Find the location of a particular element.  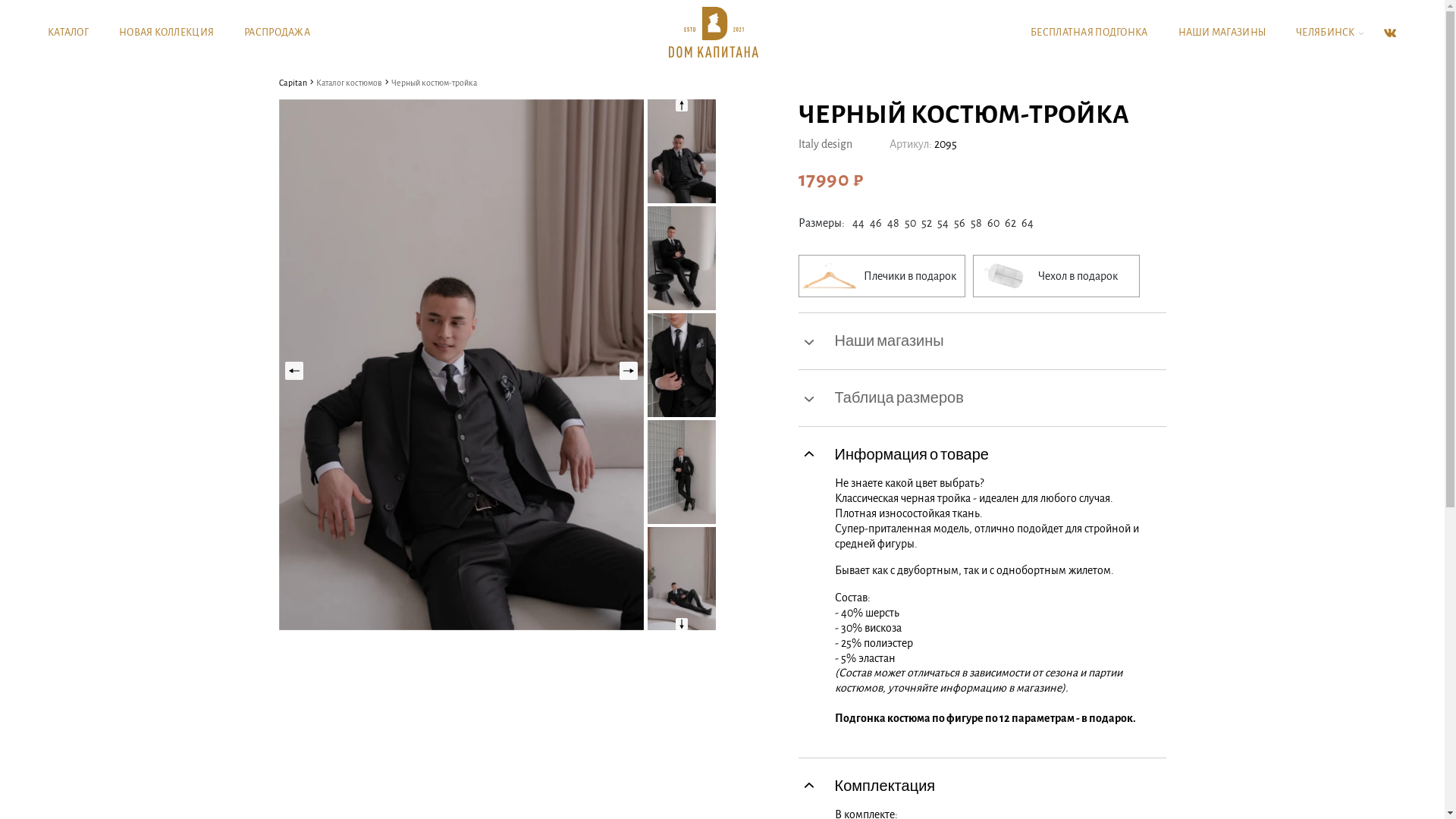

'Capitan' is located at coordinates (293, 82).